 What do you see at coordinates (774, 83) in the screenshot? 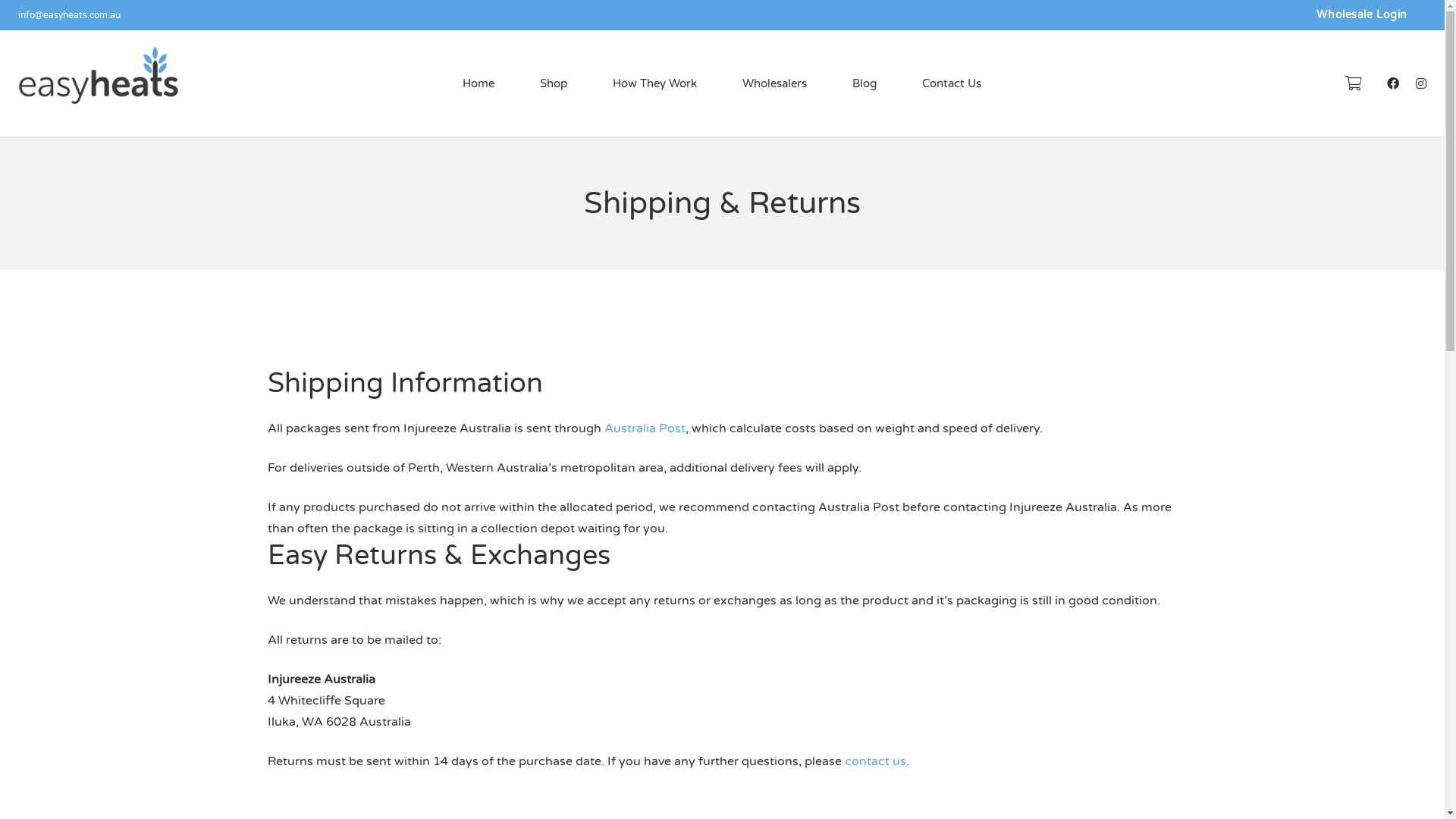
I see `'Wholesalers'` at bounding box center [774, 83].